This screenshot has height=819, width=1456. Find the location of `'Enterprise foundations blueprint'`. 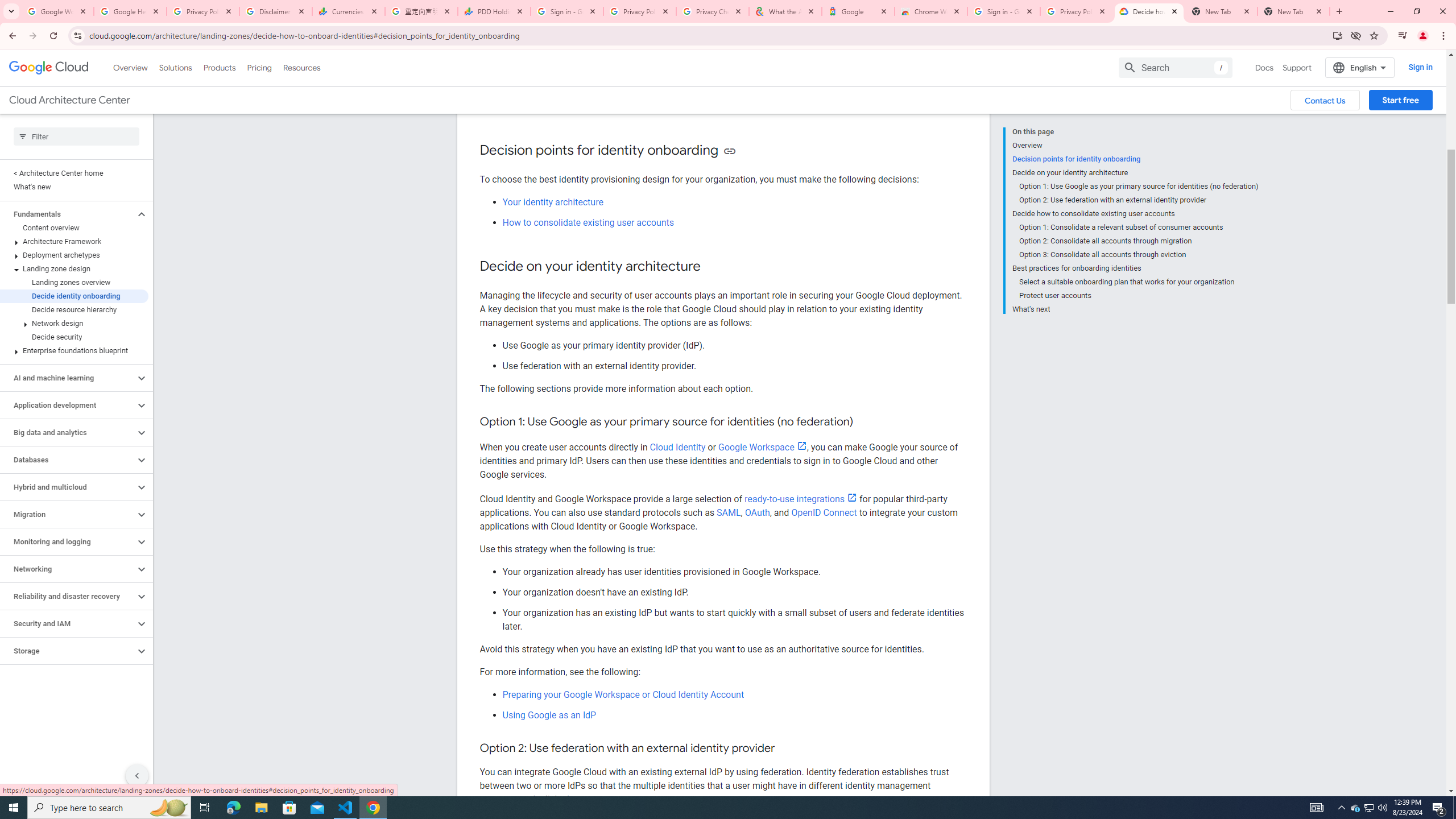

'Enterprise foundations blueprint' is located at coordinates (74, 350).